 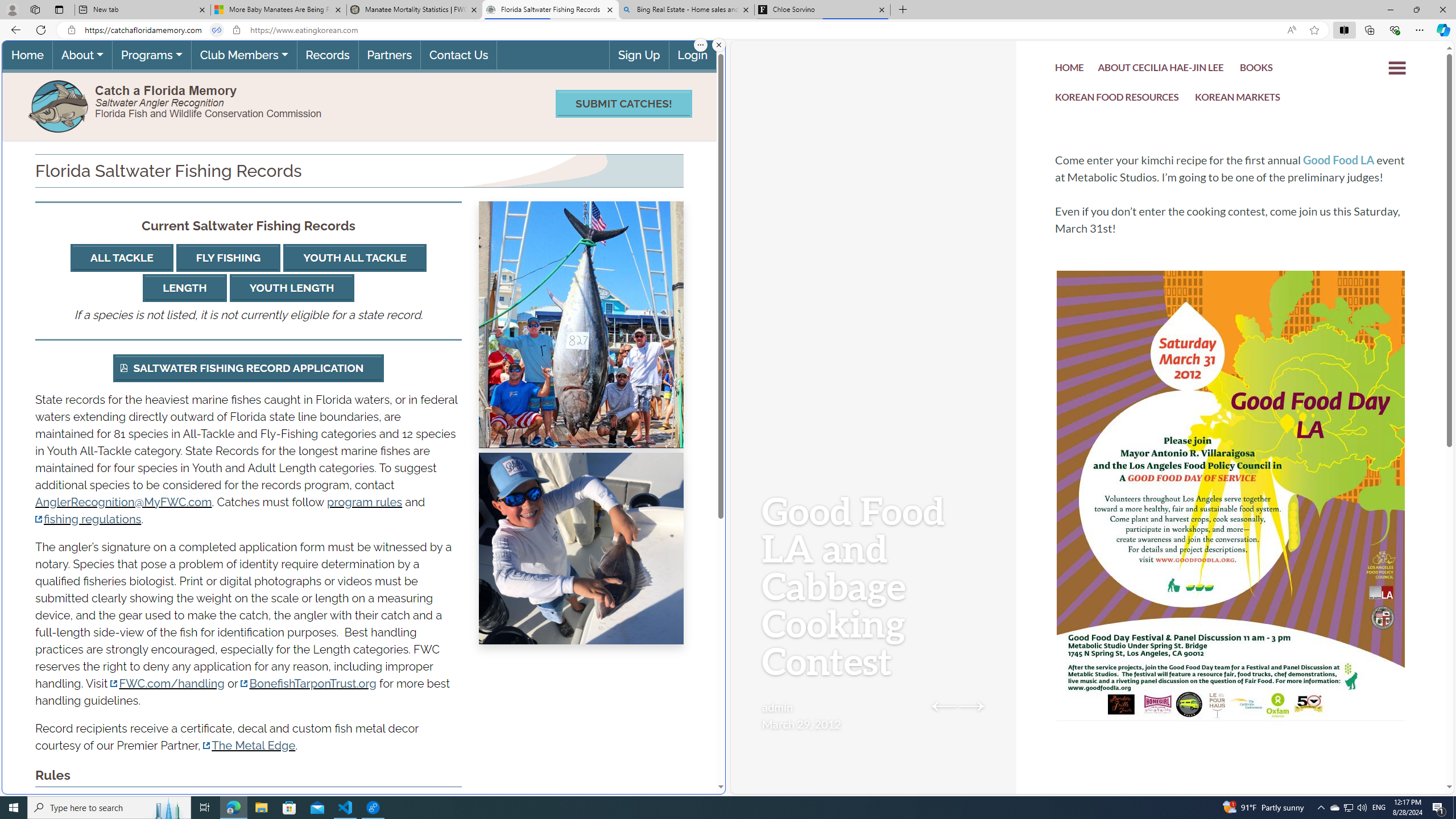 What do you see at coordinates (121, 258) in the screenshot?
I see `'ALL TACKLE'` at bounding box center [121, 258].